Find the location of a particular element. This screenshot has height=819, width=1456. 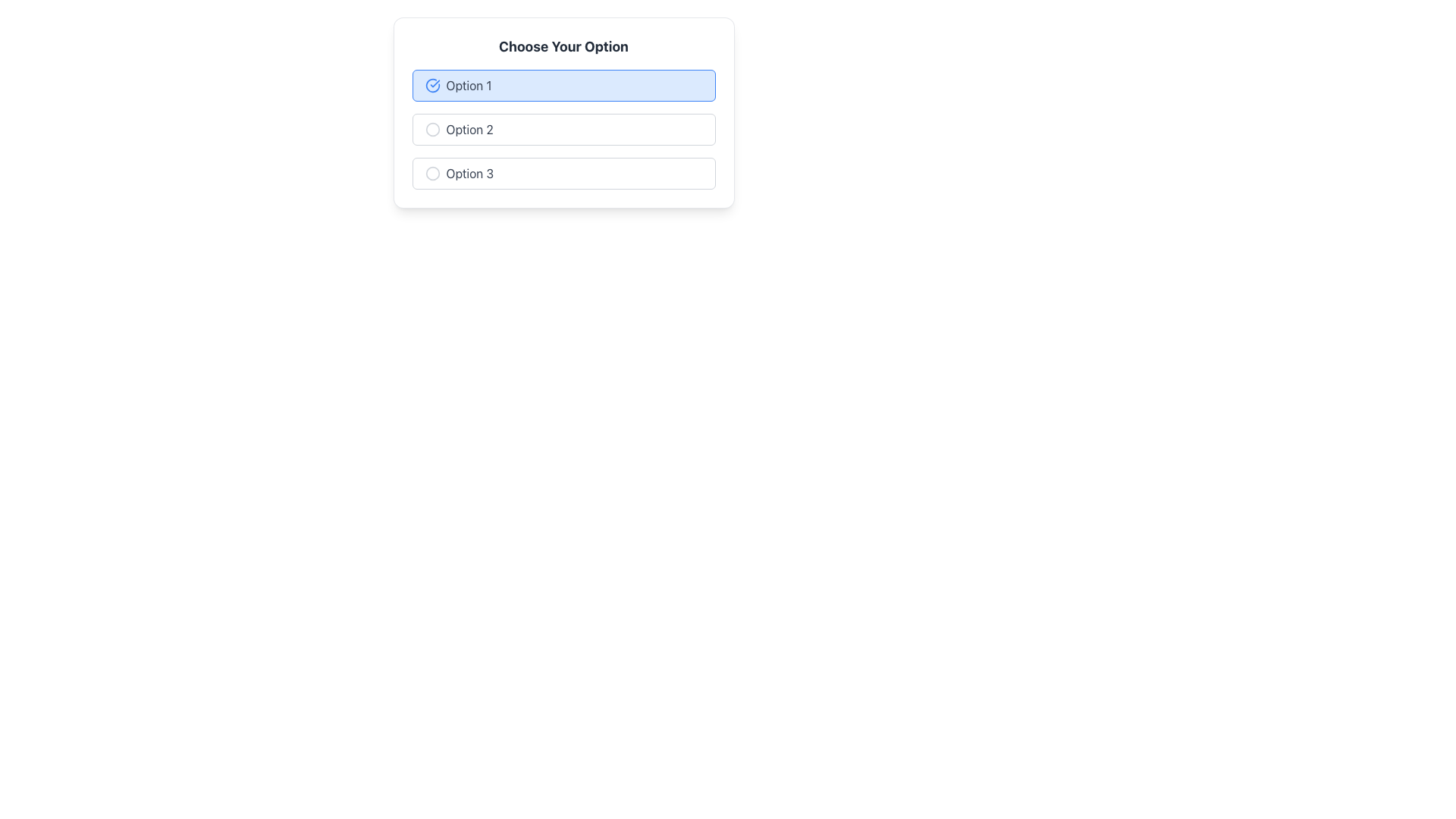

the Circle indicator for the third option in the selection list, located next to the text 'Option 3' is located at coordinates (431, 172).